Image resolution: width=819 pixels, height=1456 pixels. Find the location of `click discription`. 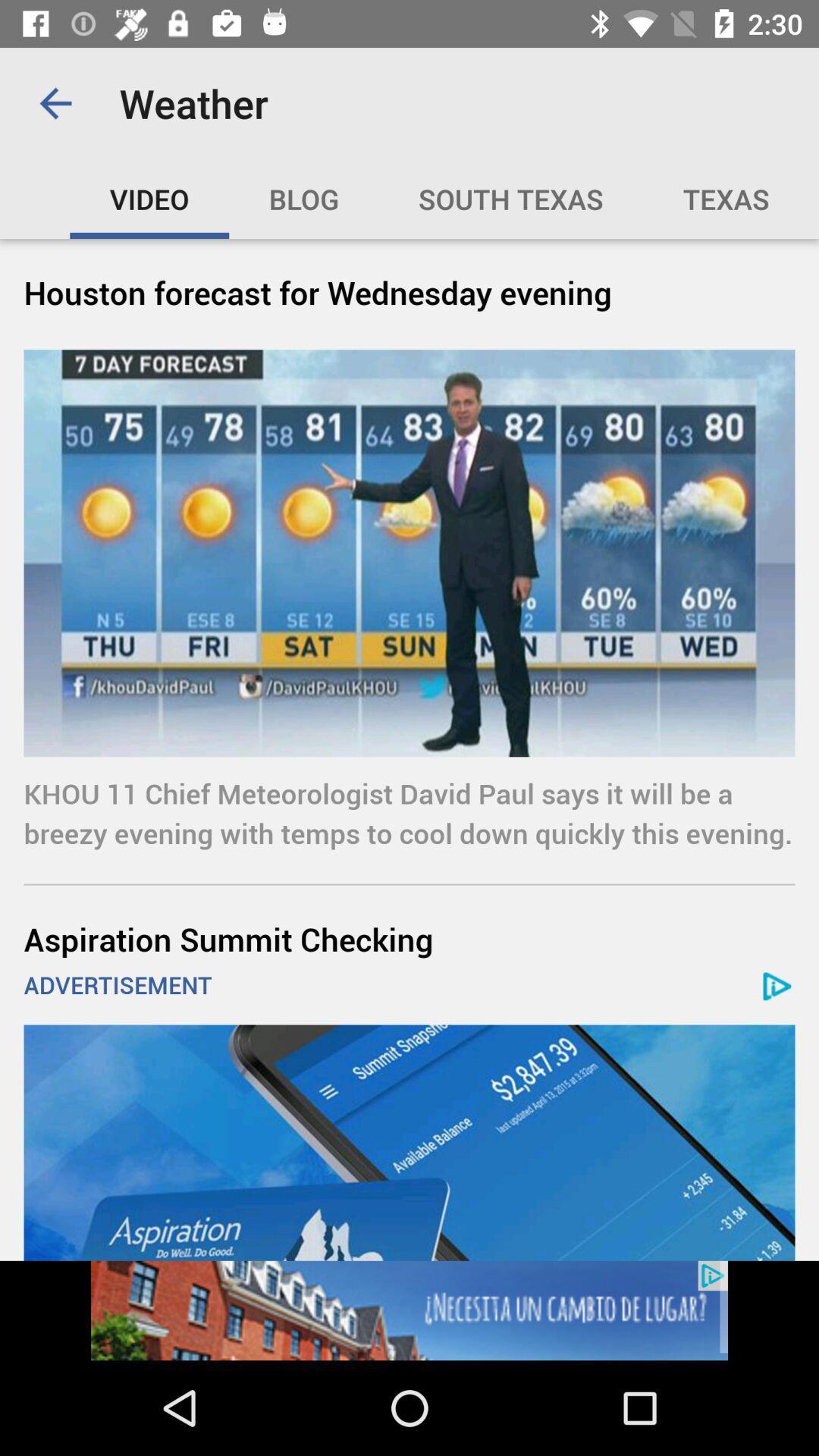

click discription is located at coordinates (409, 1310).